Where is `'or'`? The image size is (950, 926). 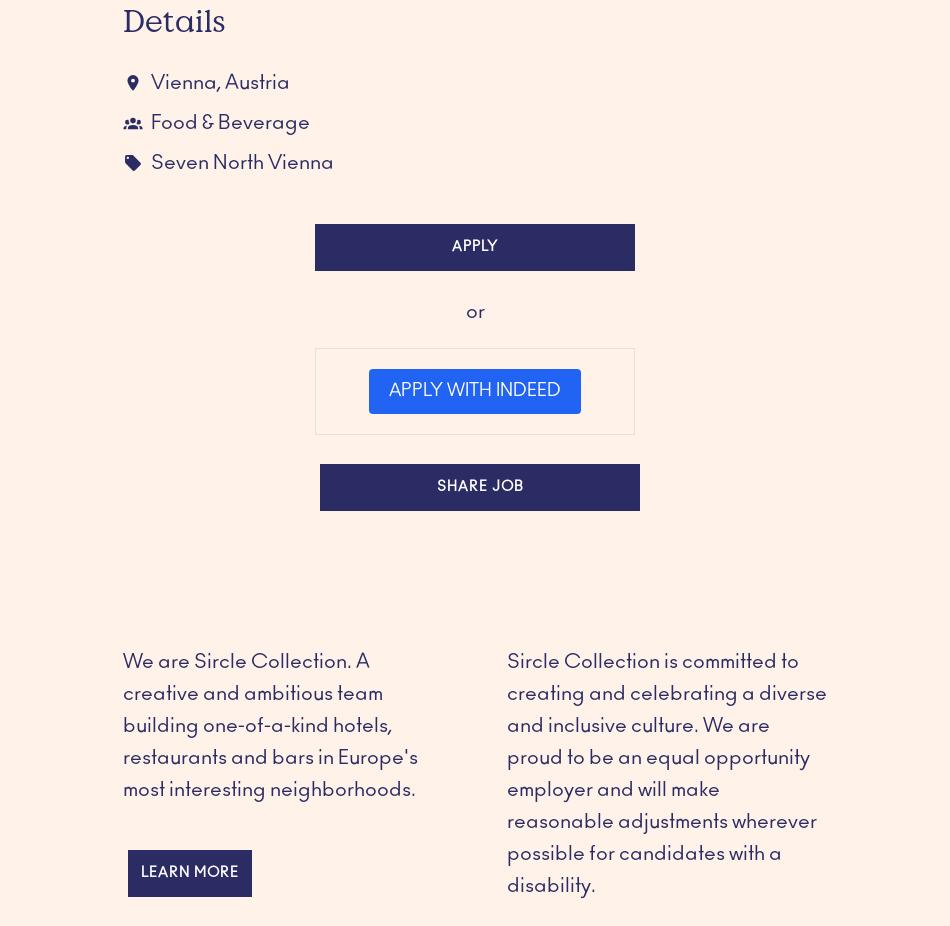 'or' is located at coordinates (473, 311).